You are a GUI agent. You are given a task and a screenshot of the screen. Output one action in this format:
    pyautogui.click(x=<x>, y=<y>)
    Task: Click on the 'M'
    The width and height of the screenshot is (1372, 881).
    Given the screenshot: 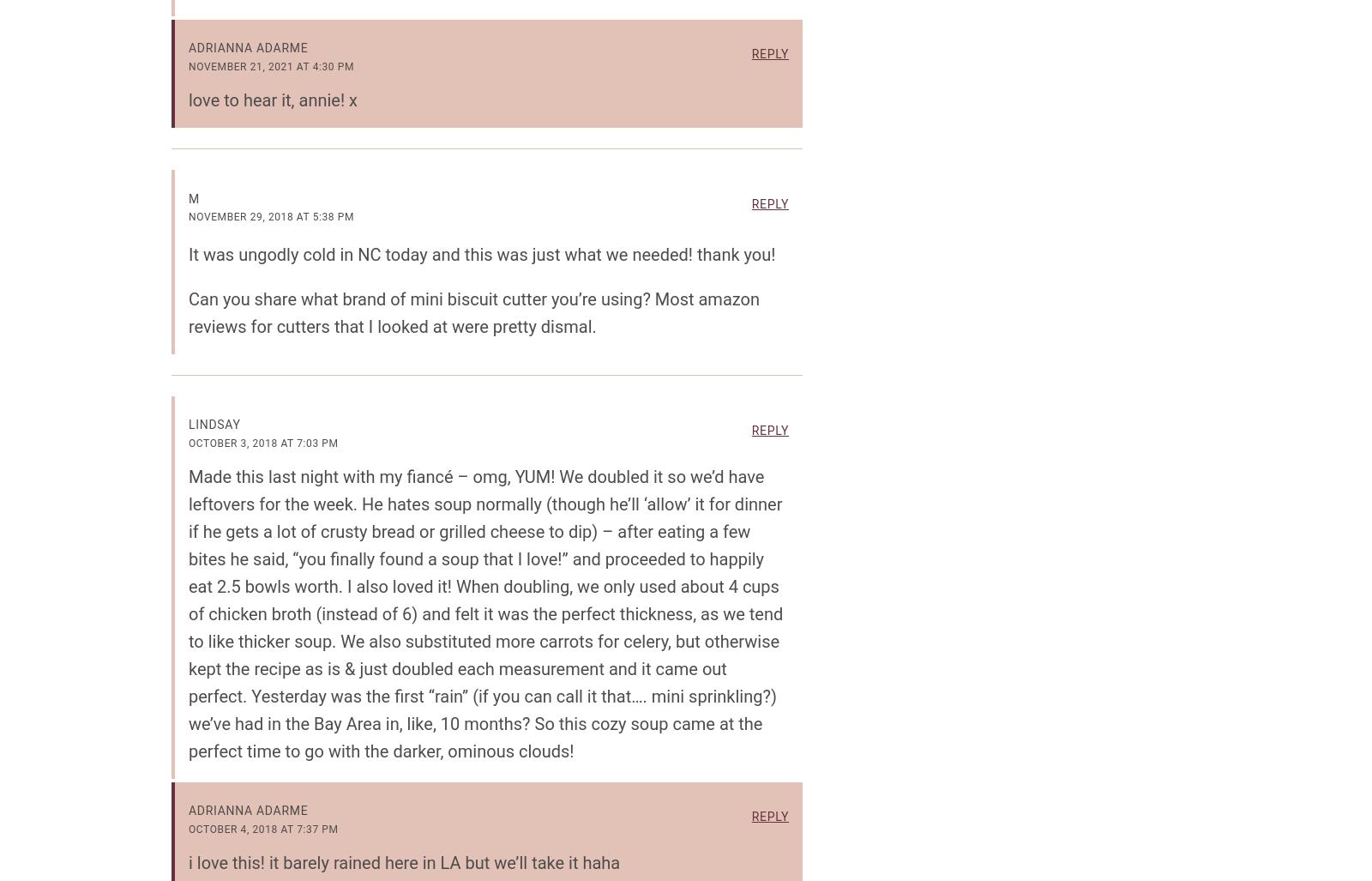 What is the action you would take?
    pyautogui.click(x=193, y=197)
    